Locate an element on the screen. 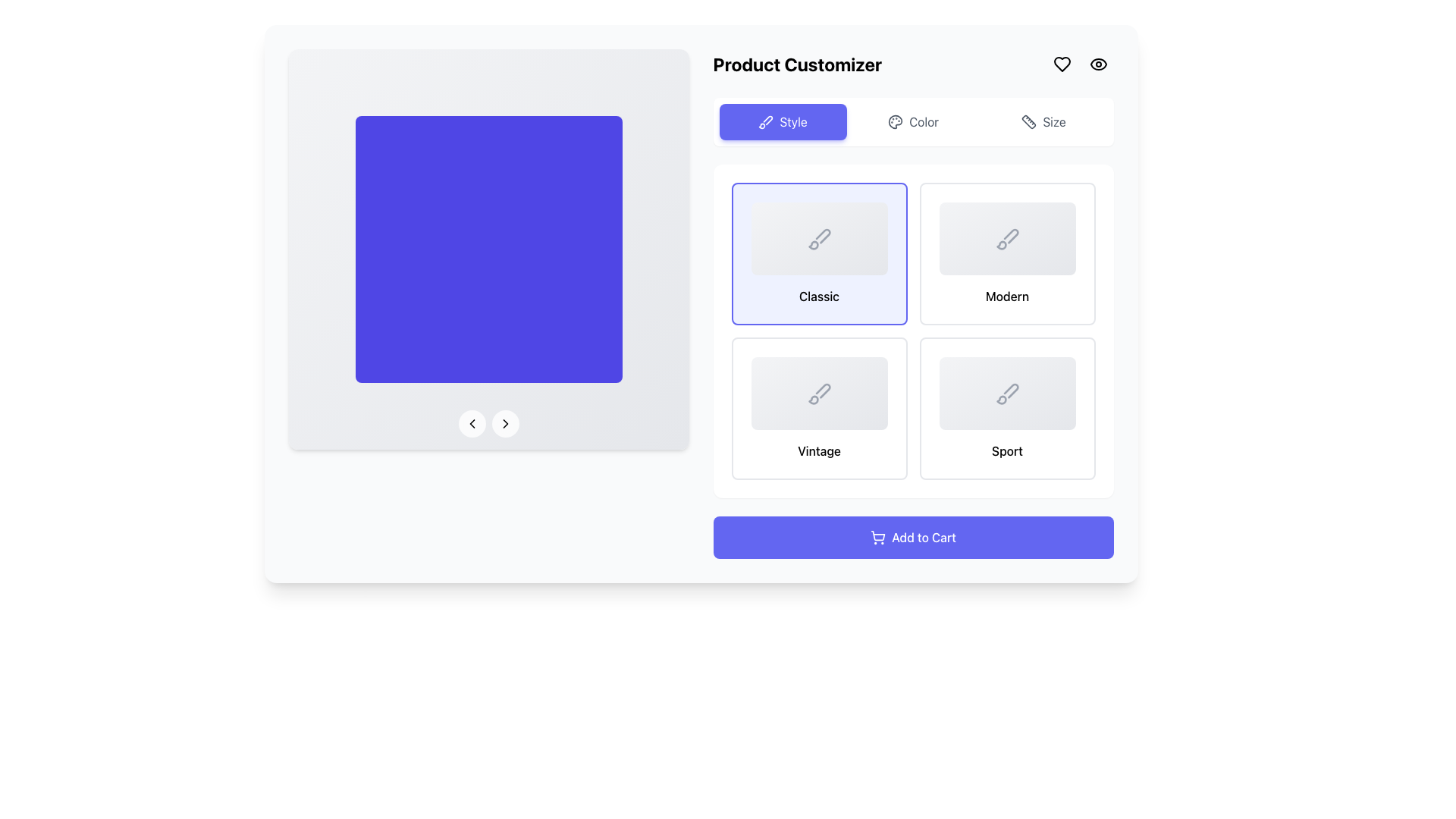 The image size is (1456, 819). the icon located in the top-right corner of the interface, next to the heart-shaped icon, to trigger the 'view' or 'preview' action is located at coordinates (1098, 63).